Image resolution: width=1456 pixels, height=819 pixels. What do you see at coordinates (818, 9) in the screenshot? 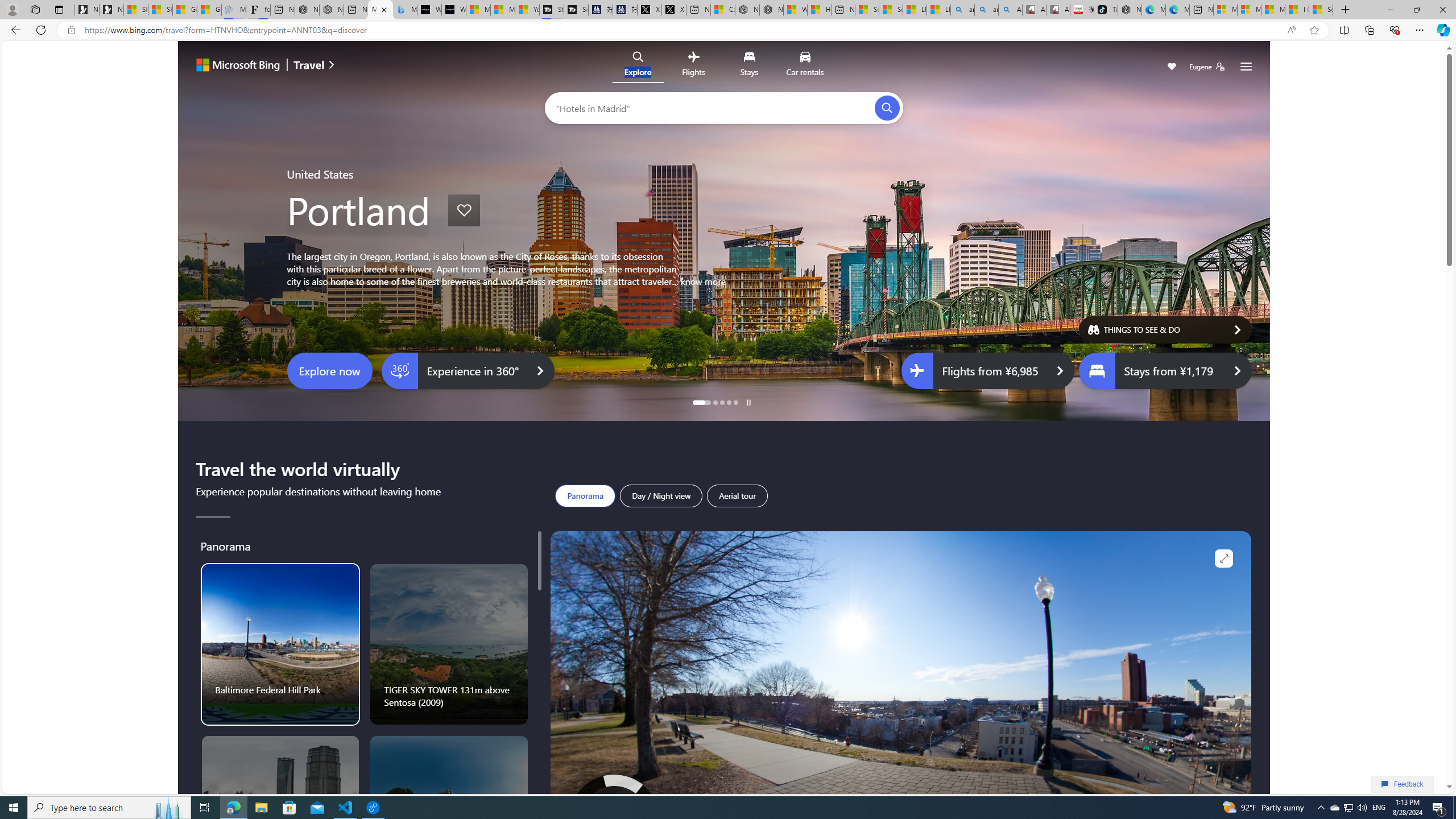
I see `'Huge shark washes ashore at New York City beach | Watch'` at bounding box center [818, 9].